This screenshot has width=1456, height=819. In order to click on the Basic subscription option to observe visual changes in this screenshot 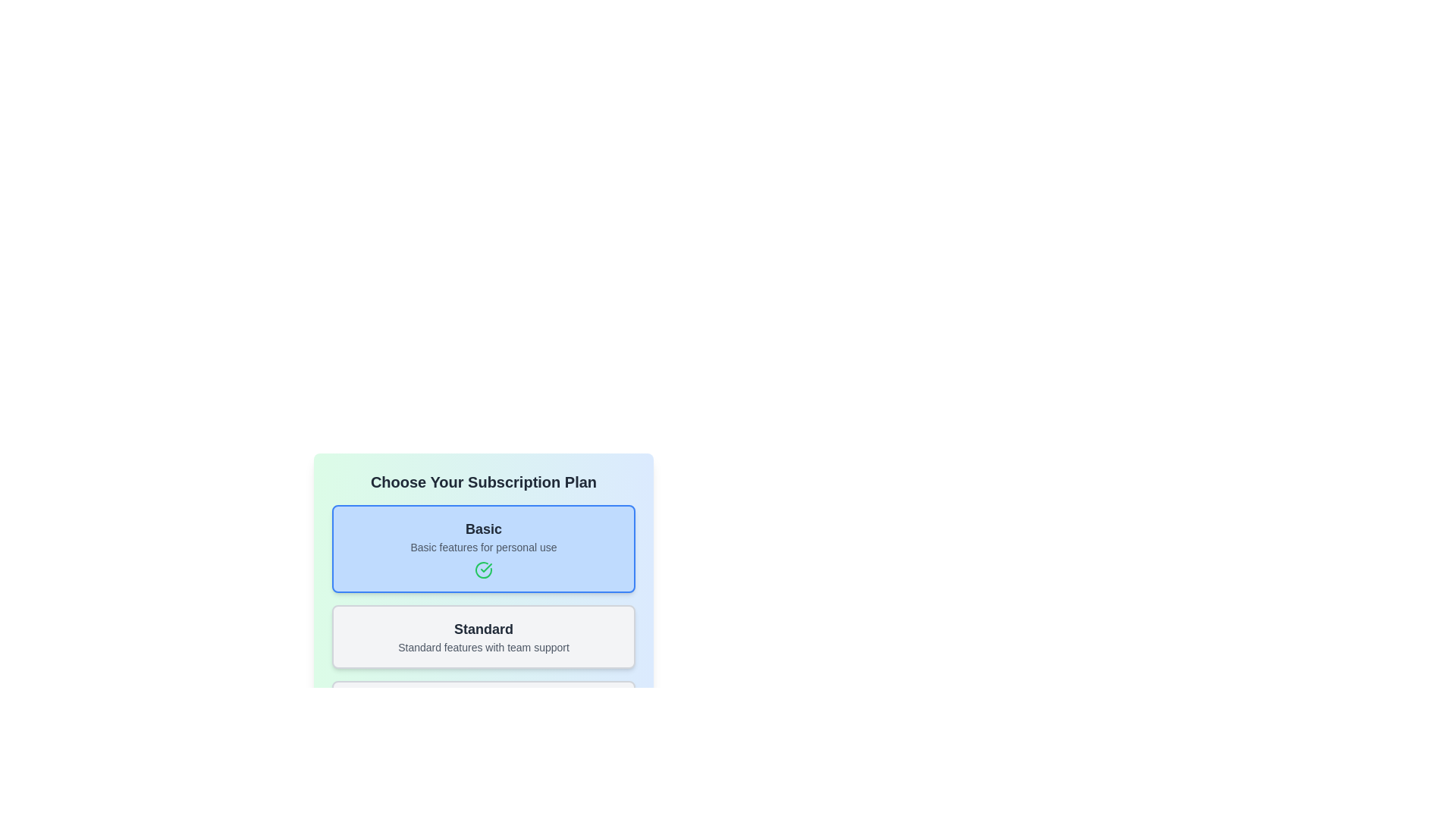, I will do `click(483, 549)`.